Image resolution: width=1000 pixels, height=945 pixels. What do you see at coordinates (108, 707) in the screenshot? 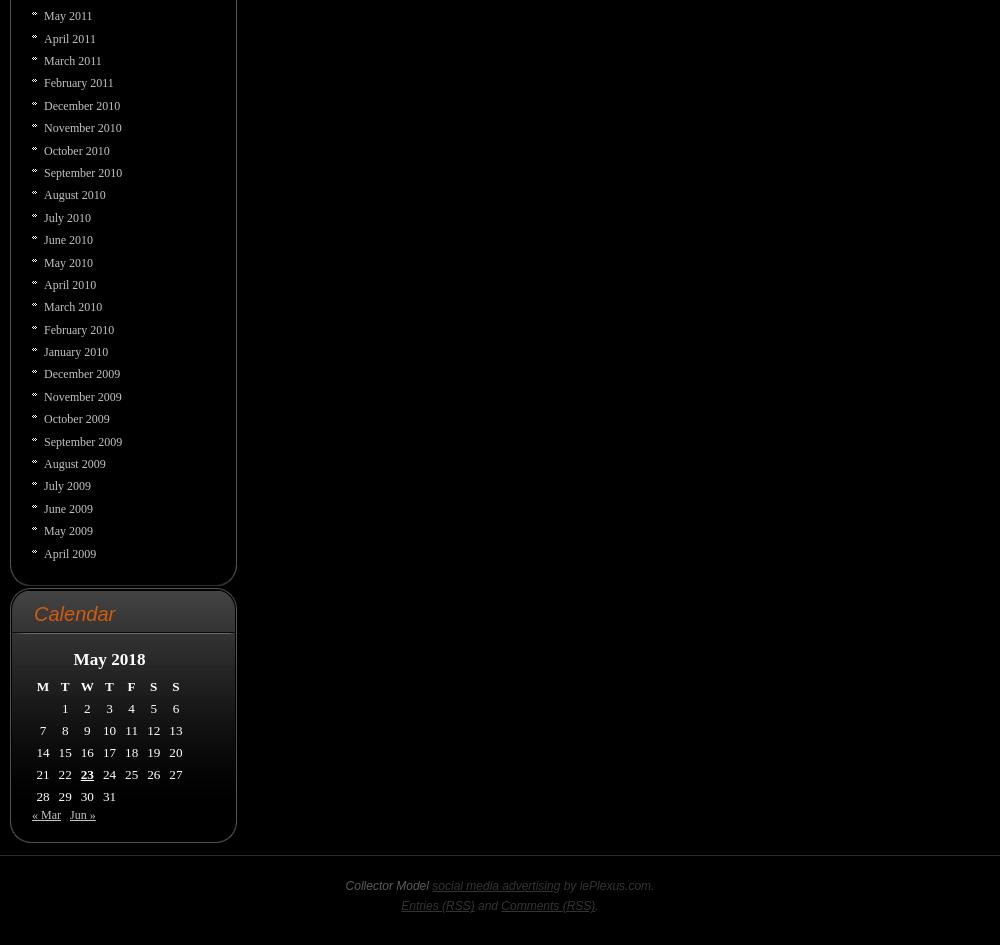
I see `'3'` at bounding box center [108, 707].